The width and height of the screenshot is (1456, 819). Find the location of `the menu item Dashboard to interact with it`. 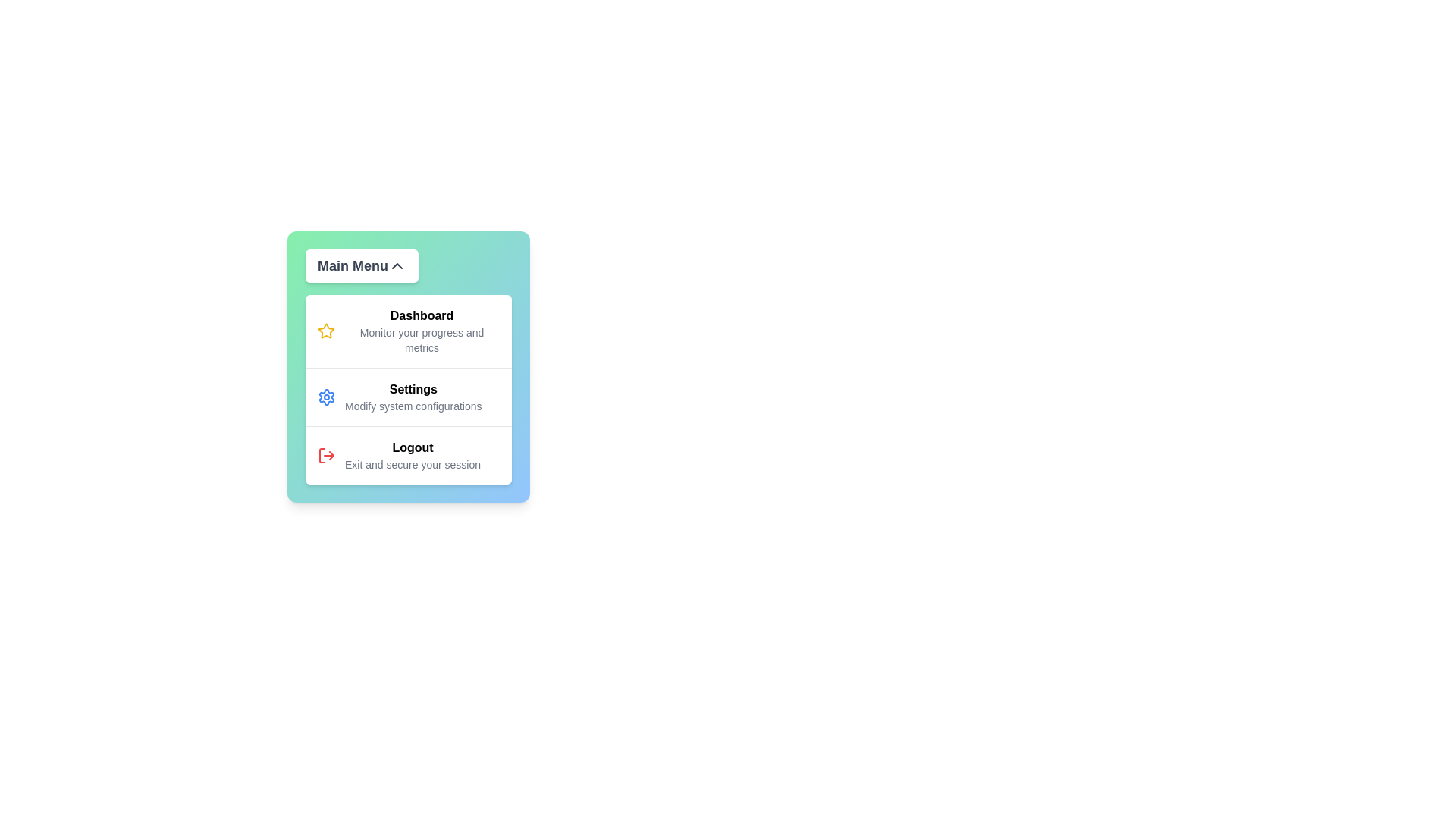

the menu item Dashboard to interact with it is located at coordinates (408, 330).